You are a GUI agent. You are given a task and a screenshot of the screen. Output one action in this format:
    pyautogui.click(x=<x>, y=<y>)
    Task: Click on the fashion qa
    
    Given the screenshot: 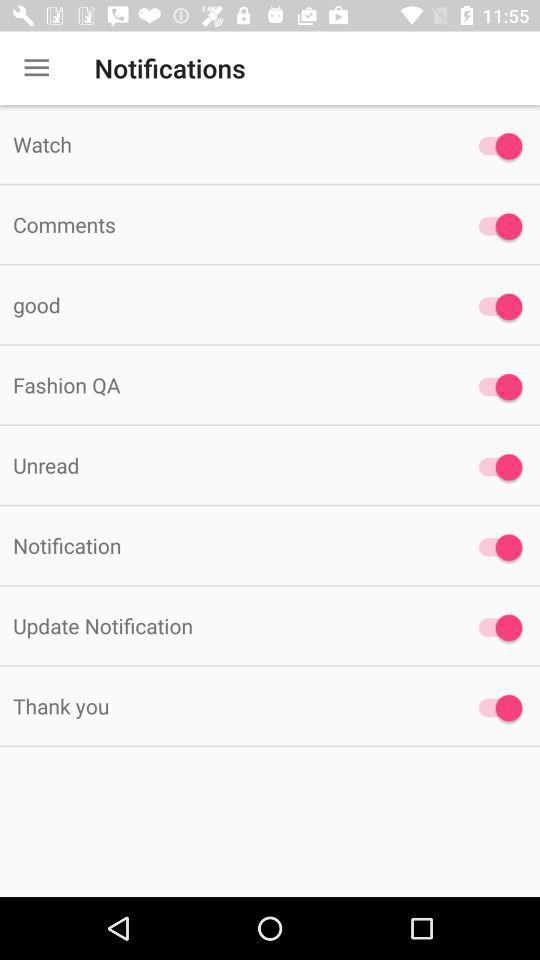 What is the action you would take?
    pyautogui.click(x=494, y=386)
    